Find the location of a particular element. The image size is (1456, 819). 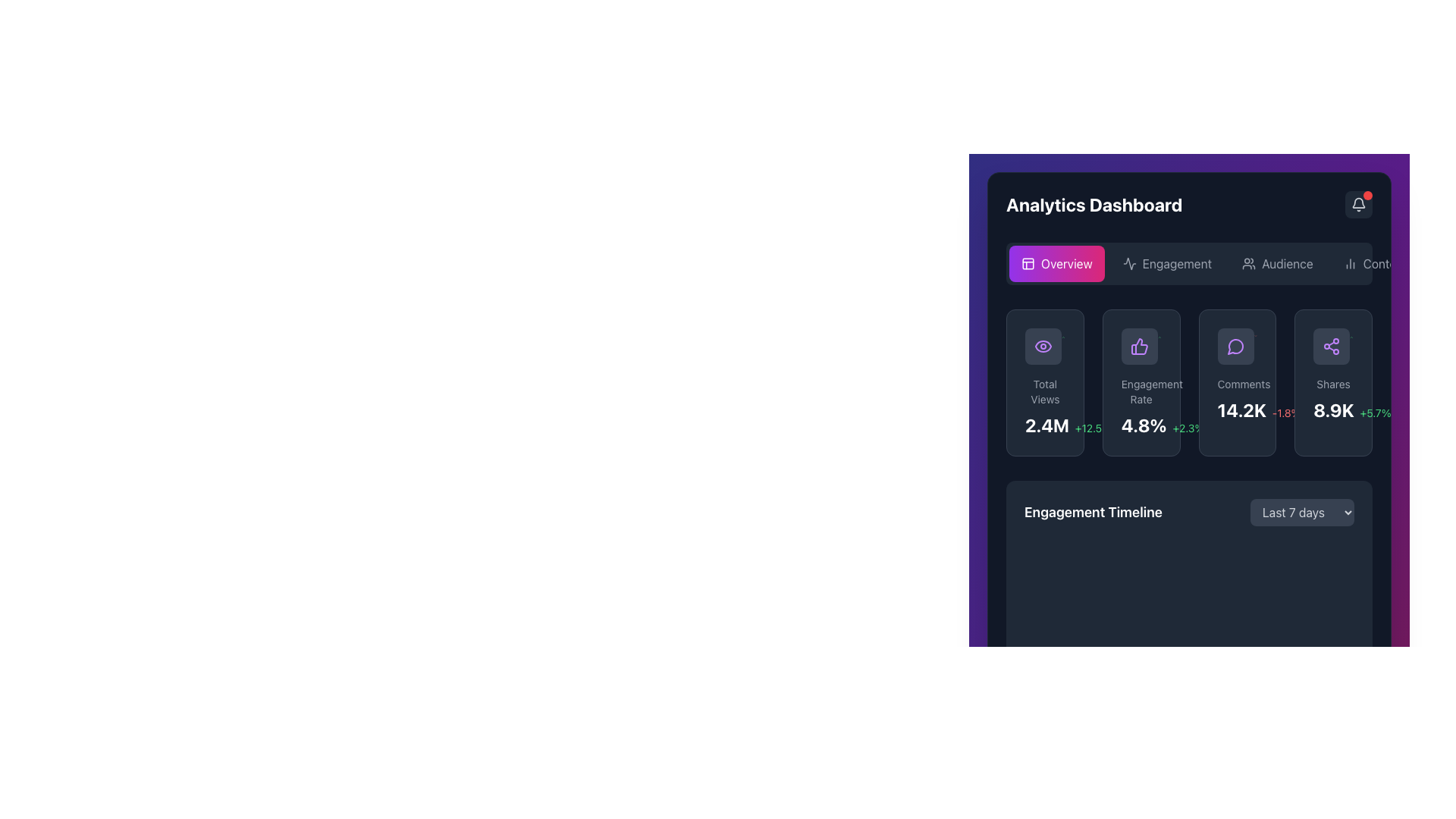

the notification button located in the top-right corner of the 'Analytics Dashboard' to inspect the notification badge for changes is located at coordinates (1358, 205).